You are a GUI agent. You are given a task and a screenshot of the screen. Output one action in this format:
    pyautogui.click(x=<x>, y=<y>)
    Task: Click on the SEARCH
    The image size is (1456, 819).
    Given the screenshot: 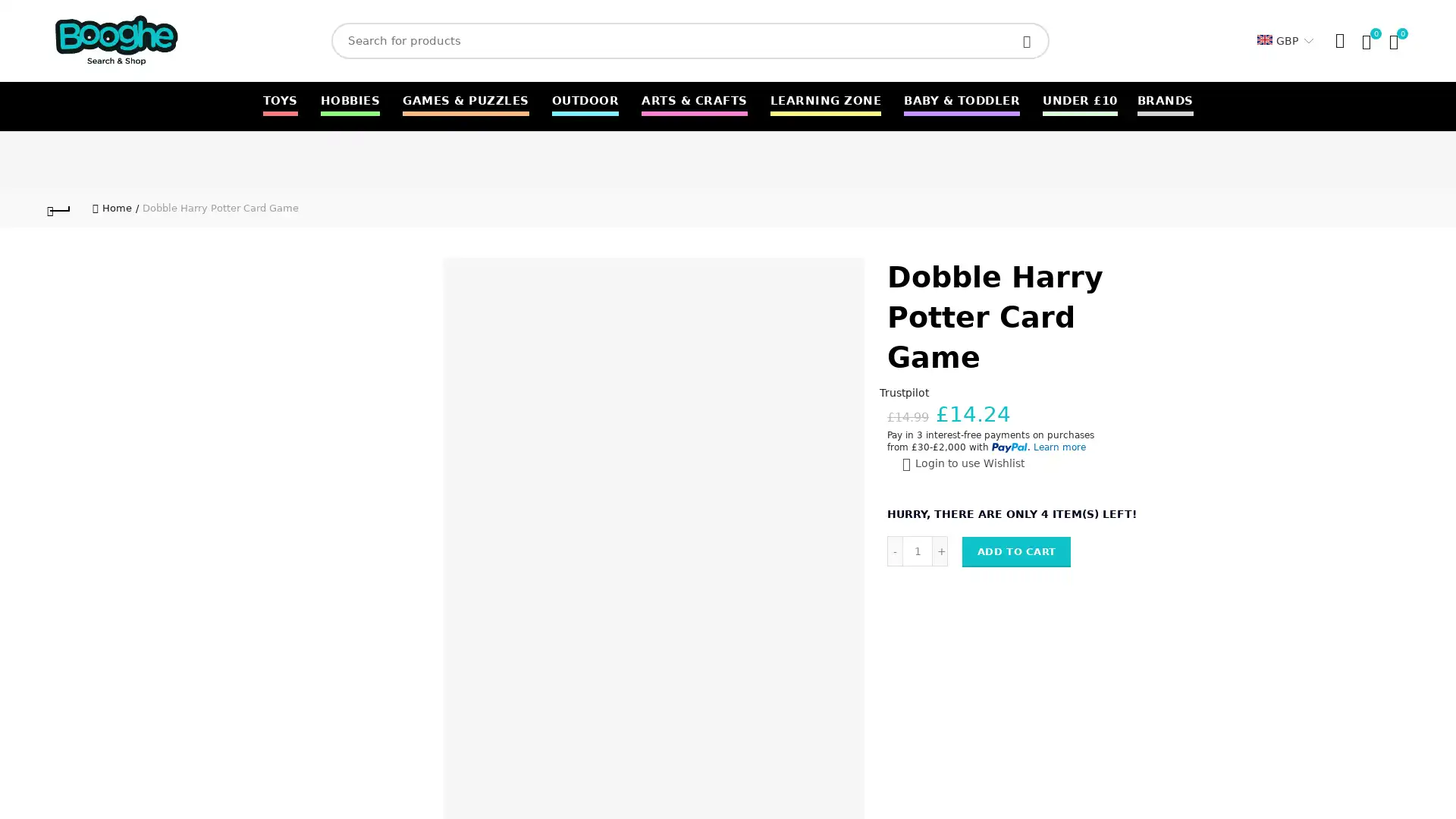 What is the action you would take?
    pyautogui.click(x=1030, y=40)
    